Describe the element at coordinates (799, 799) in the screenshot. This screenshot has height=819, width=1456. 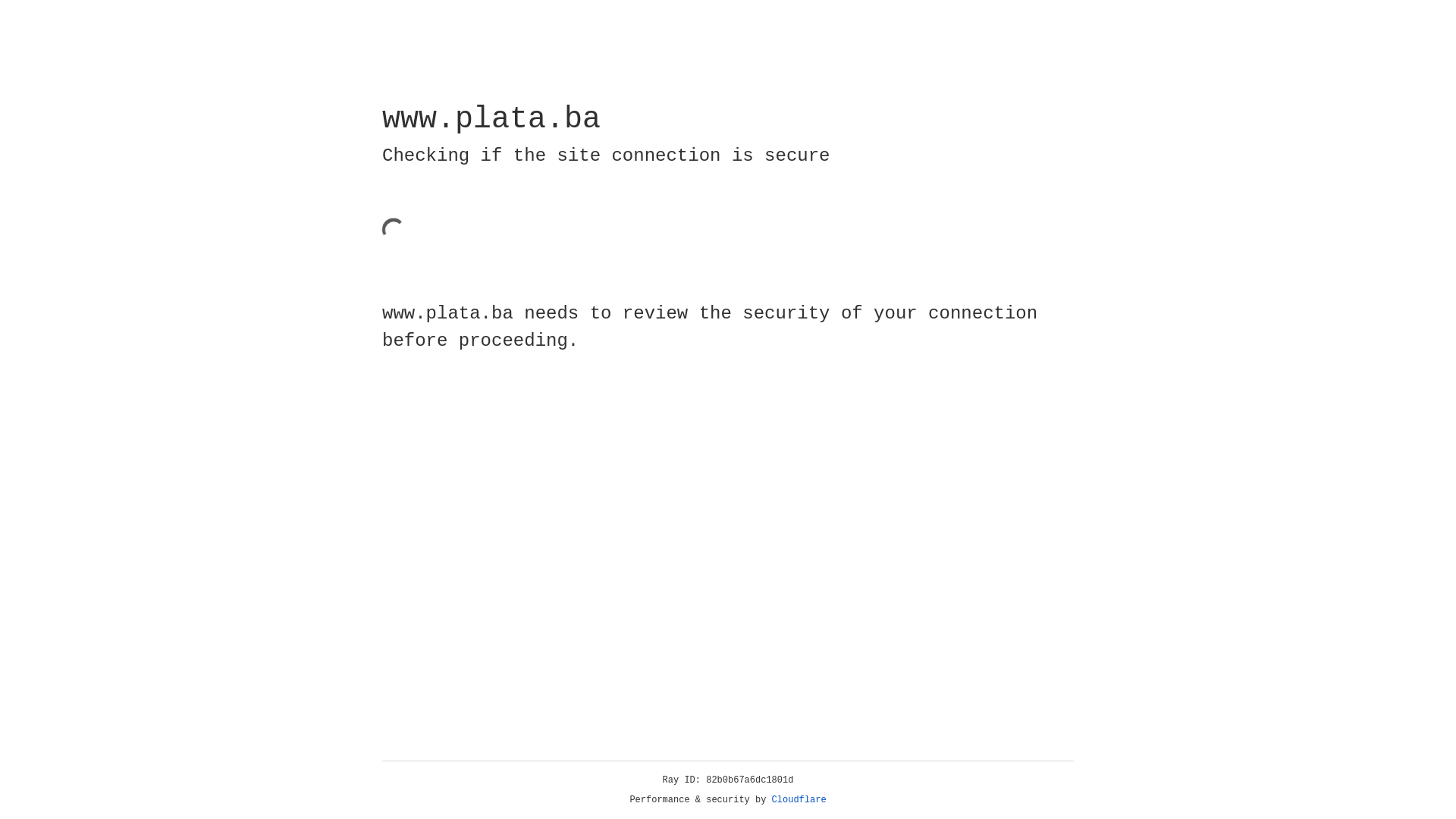
I see `'Cloudflare'` at that location.